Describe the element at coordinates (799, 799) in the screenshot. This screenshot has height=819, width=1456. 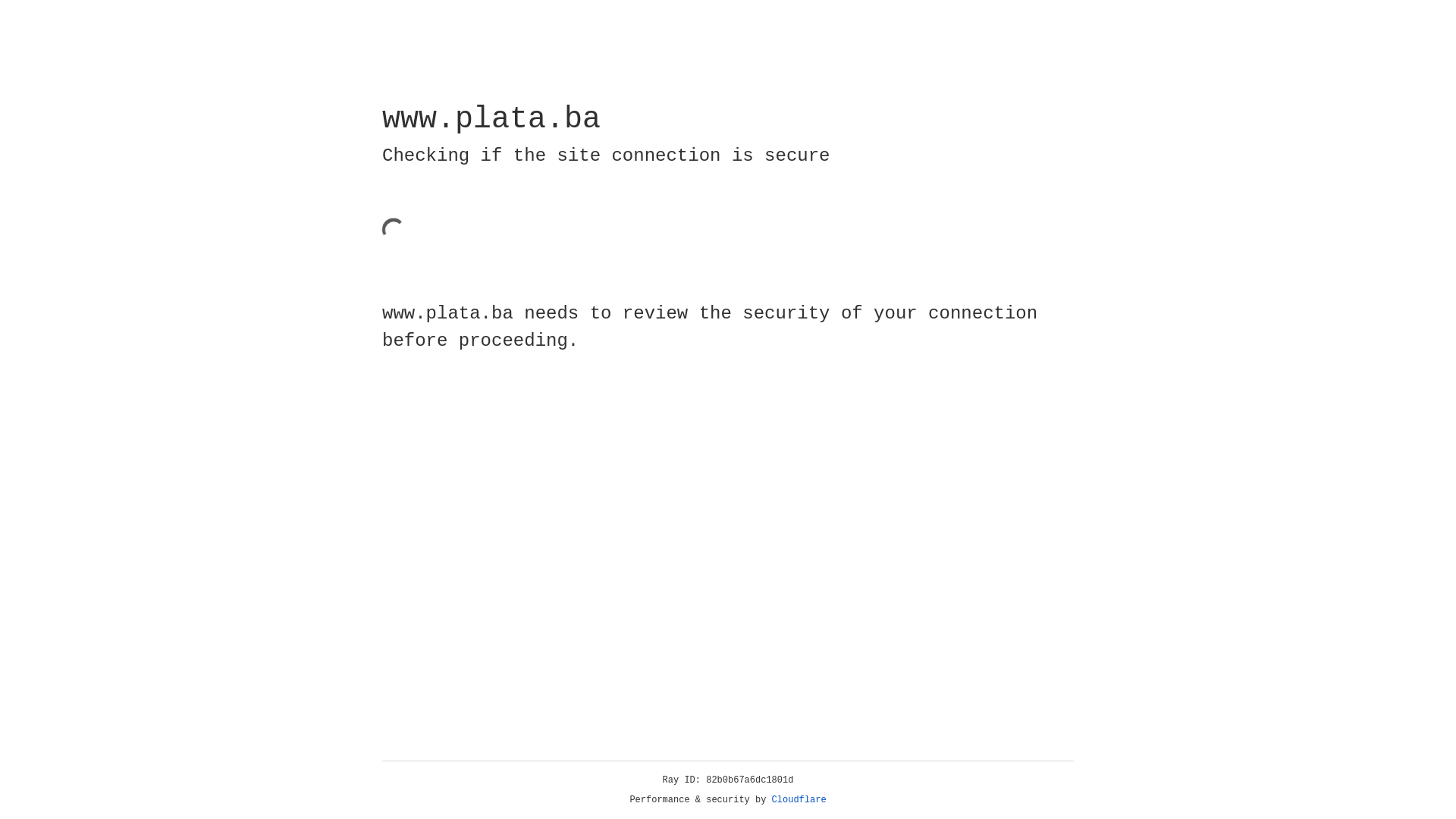
I see `'Cloudflare'` at that location.